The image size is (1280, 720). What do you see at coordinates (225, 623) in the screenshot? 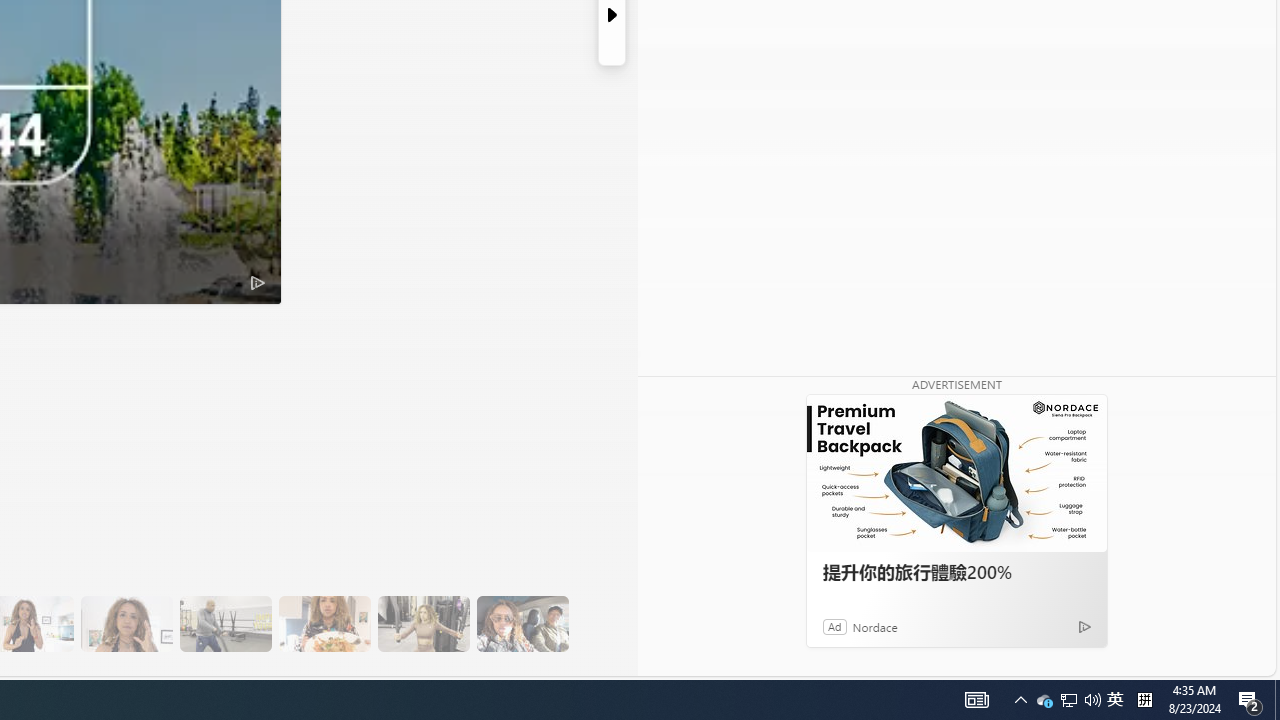
I see `'13 Her Husband Does Group Cardio Classs'` at bounding box center [225, 623].